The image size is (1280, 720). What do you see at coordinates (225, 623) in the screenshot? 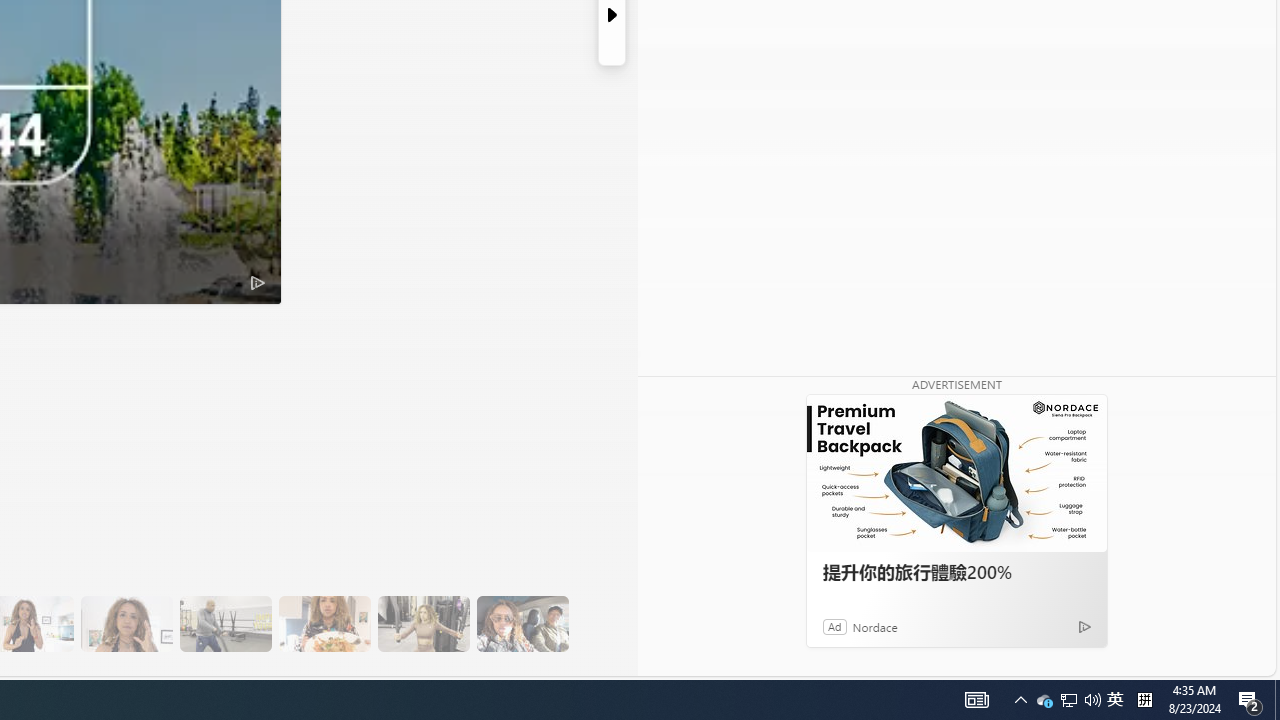
I see `'13 Her Husband Does Group Cardio Classs'` at bounding box center [225, 623].